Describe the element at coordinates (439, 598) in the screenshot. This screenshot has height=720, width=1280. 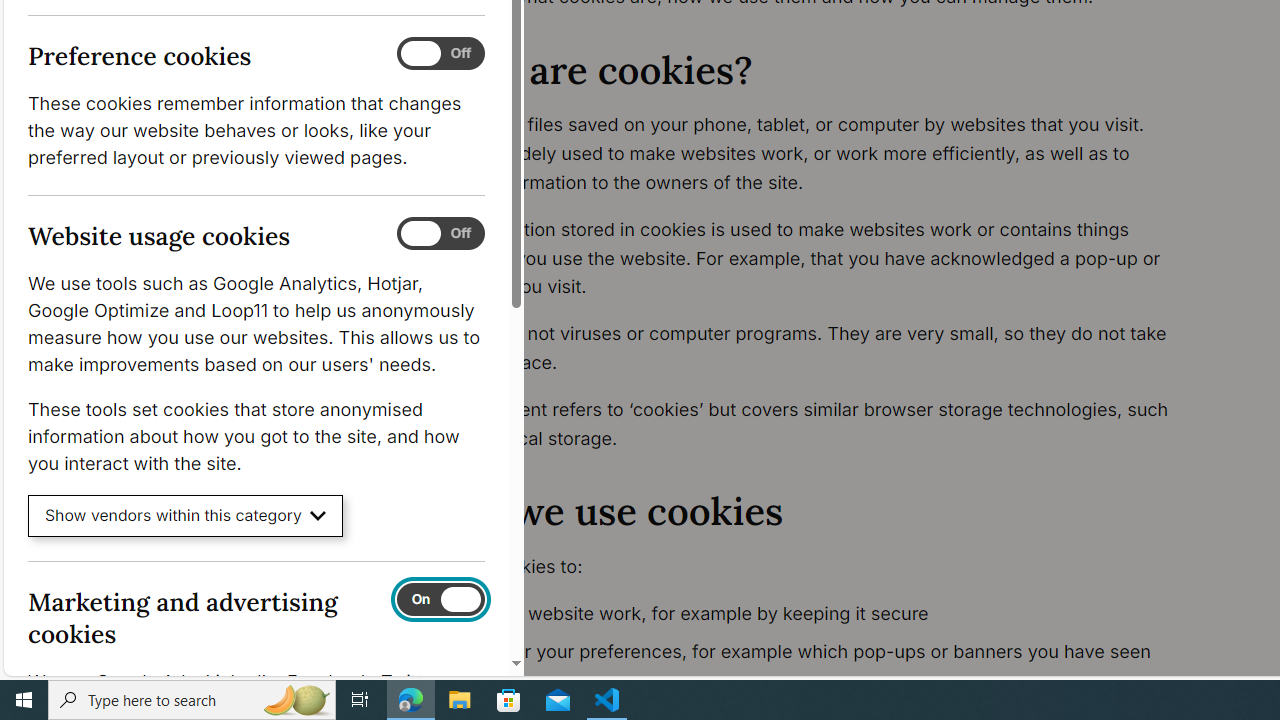
I see `'Marketing and advertising cookies'` at that location.